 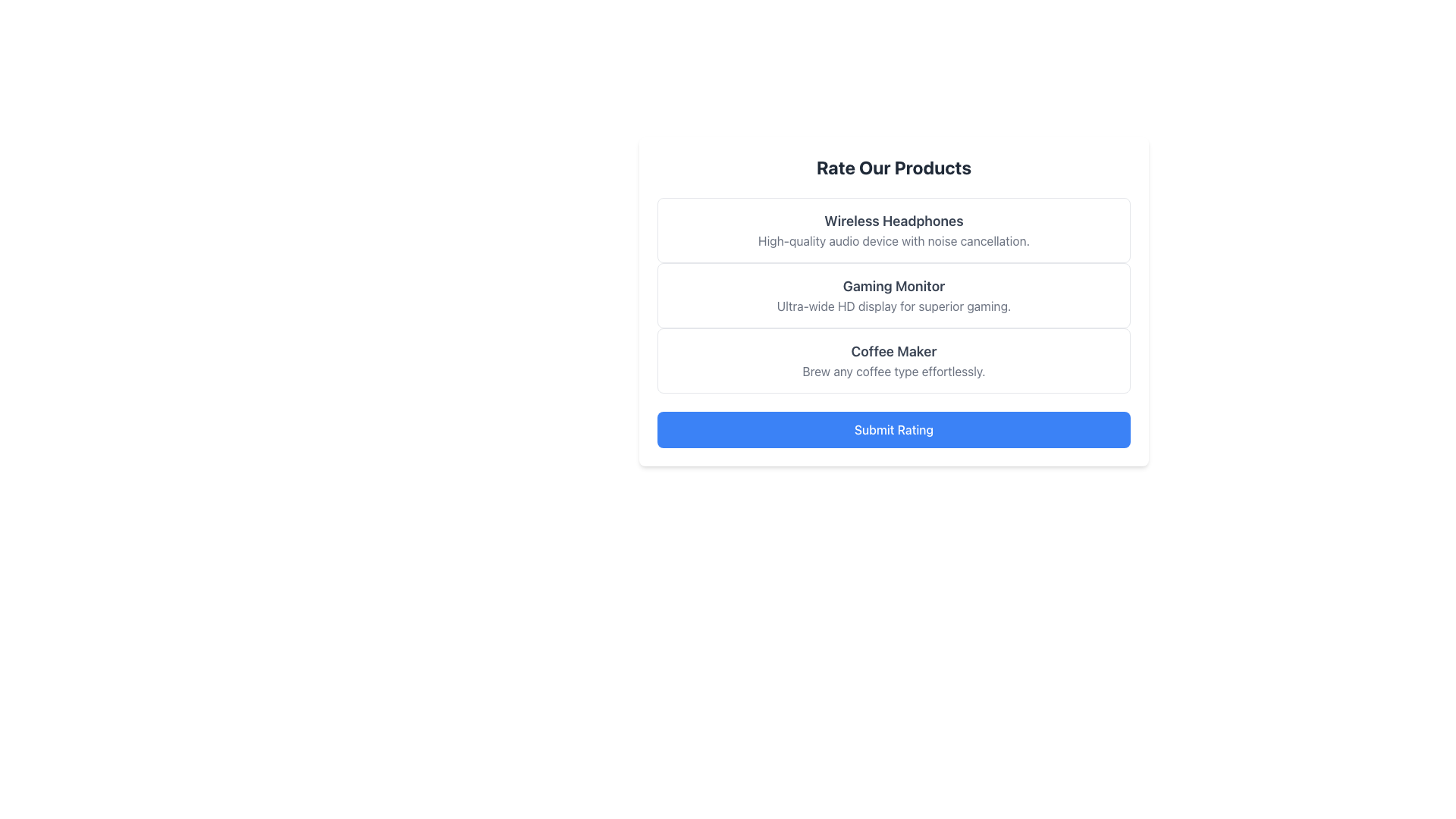 I want to click on the rectangular button with a blue background and white text that reads 'Submit Rating' located at the bottom of the 'Rate Our Products' section, so click(x=894, y=430).